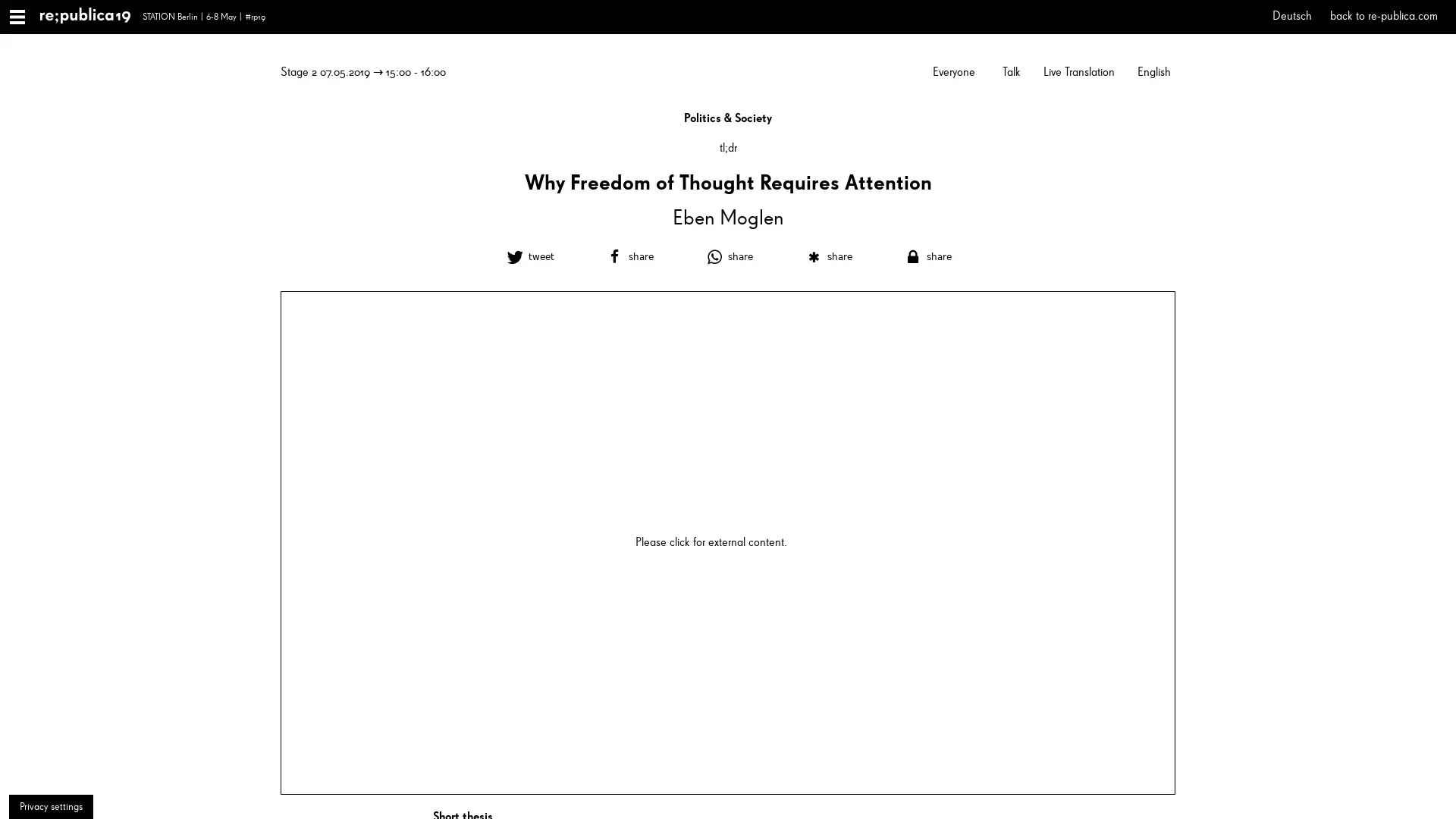 This screenshot has width=1456, height=819. Describe the element at coordinates (926, 256) in the screenshot. I see `Share on Threema` at that location.